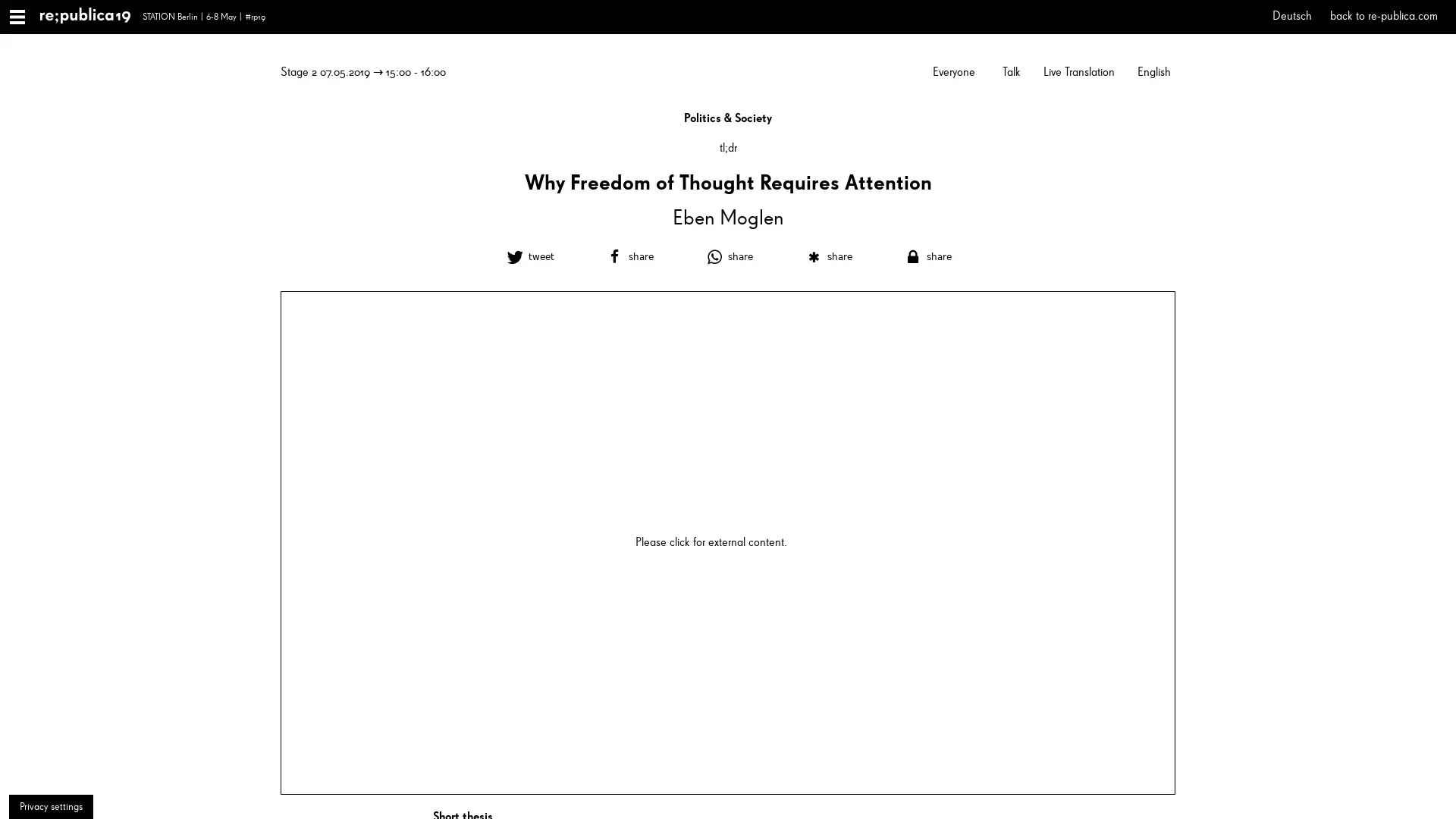 This screenshot has width=1456, height=819. Describe the element at coordinates (926, 256) in the screenshot. I see `Share on Threema` at that location.